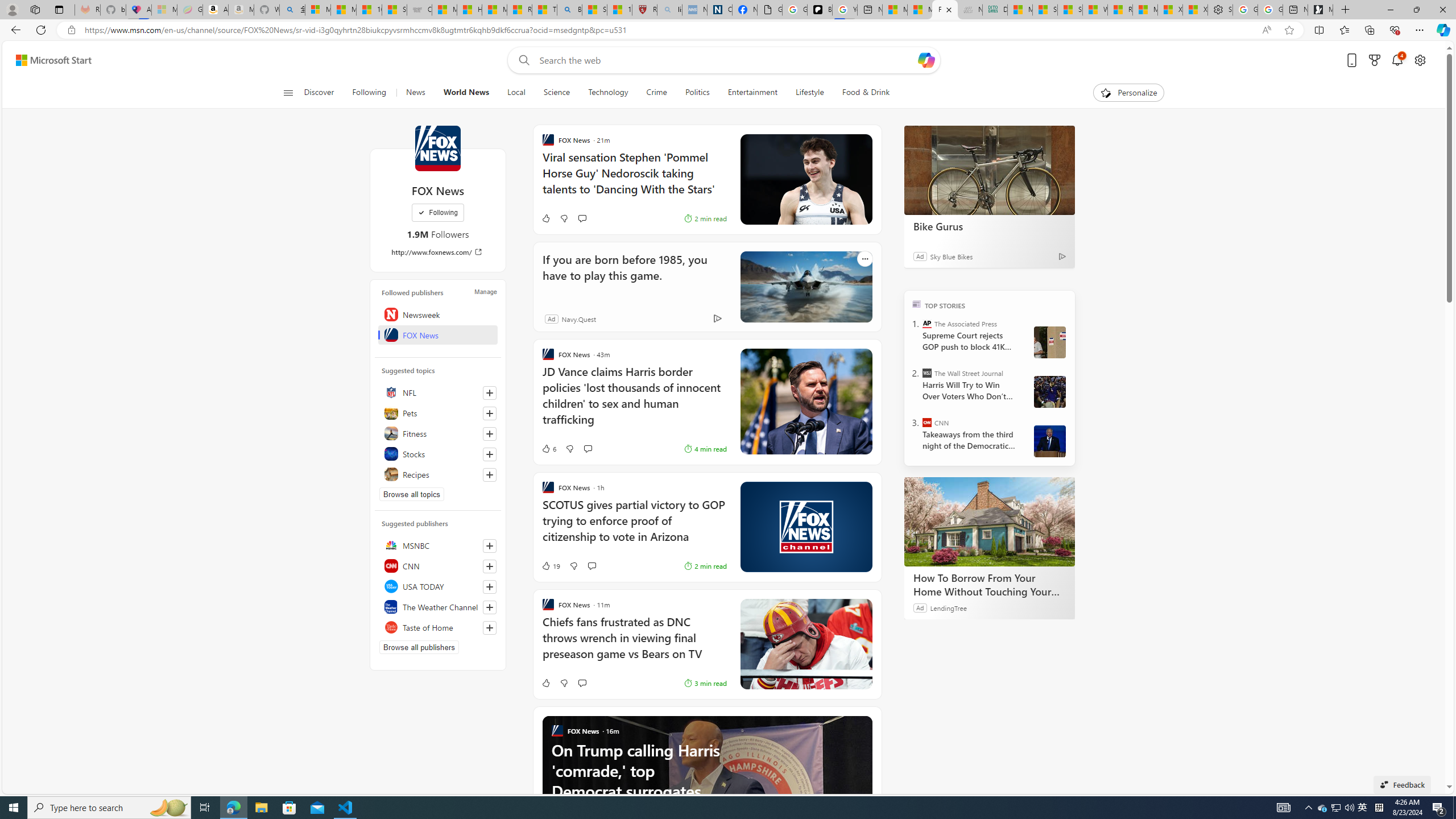  What do you see at coordinates (630, 274) in the screenshot?
I see `'If you are born before 1985, you have to play this game.'` at bounding box center [630, 274].